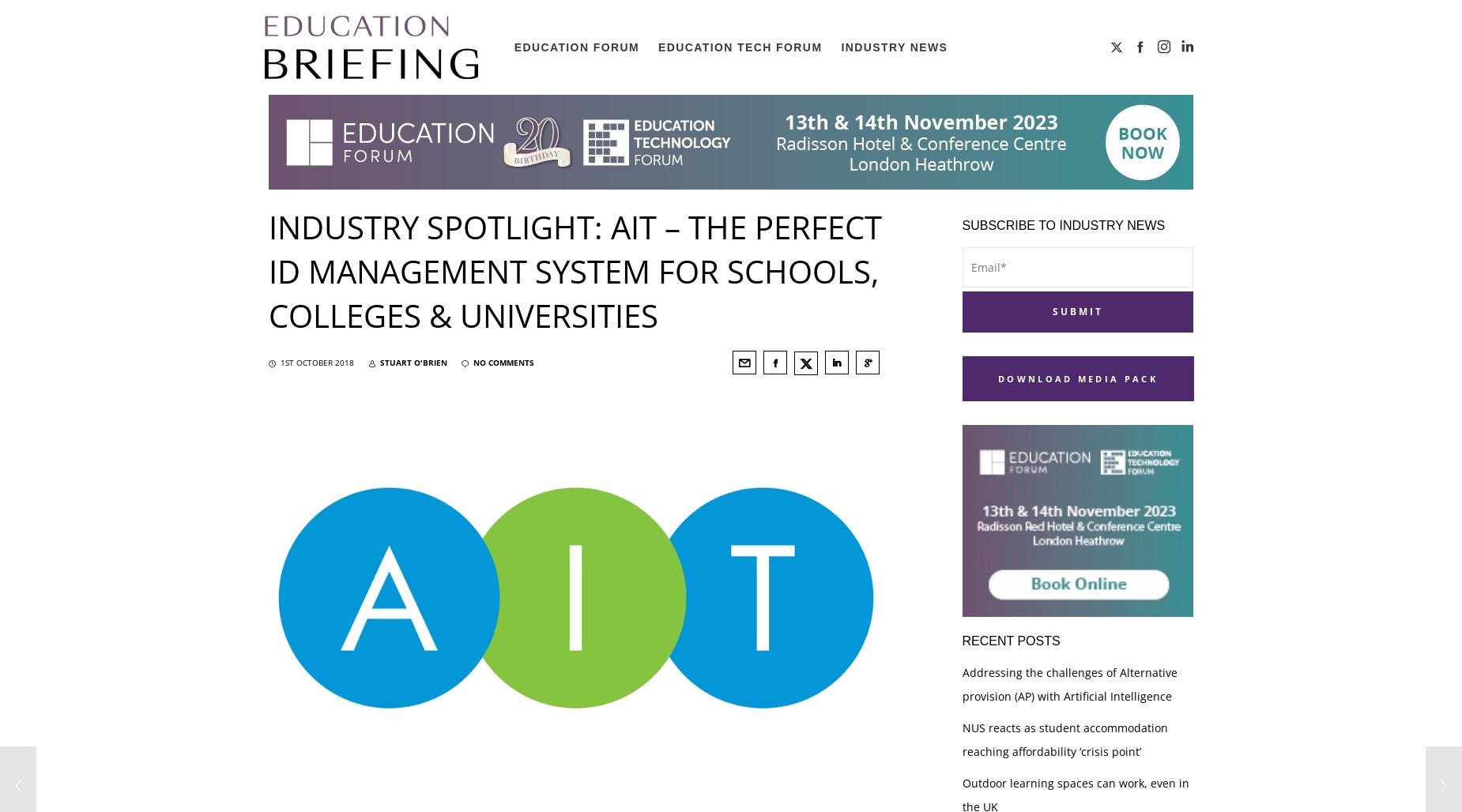 This screenshot has height=812, width=1462. What do you see at coordinates (1062, 225) in the screenshot?
I see `'Subscribe to industry news'` at bounding box center [1062, 225].